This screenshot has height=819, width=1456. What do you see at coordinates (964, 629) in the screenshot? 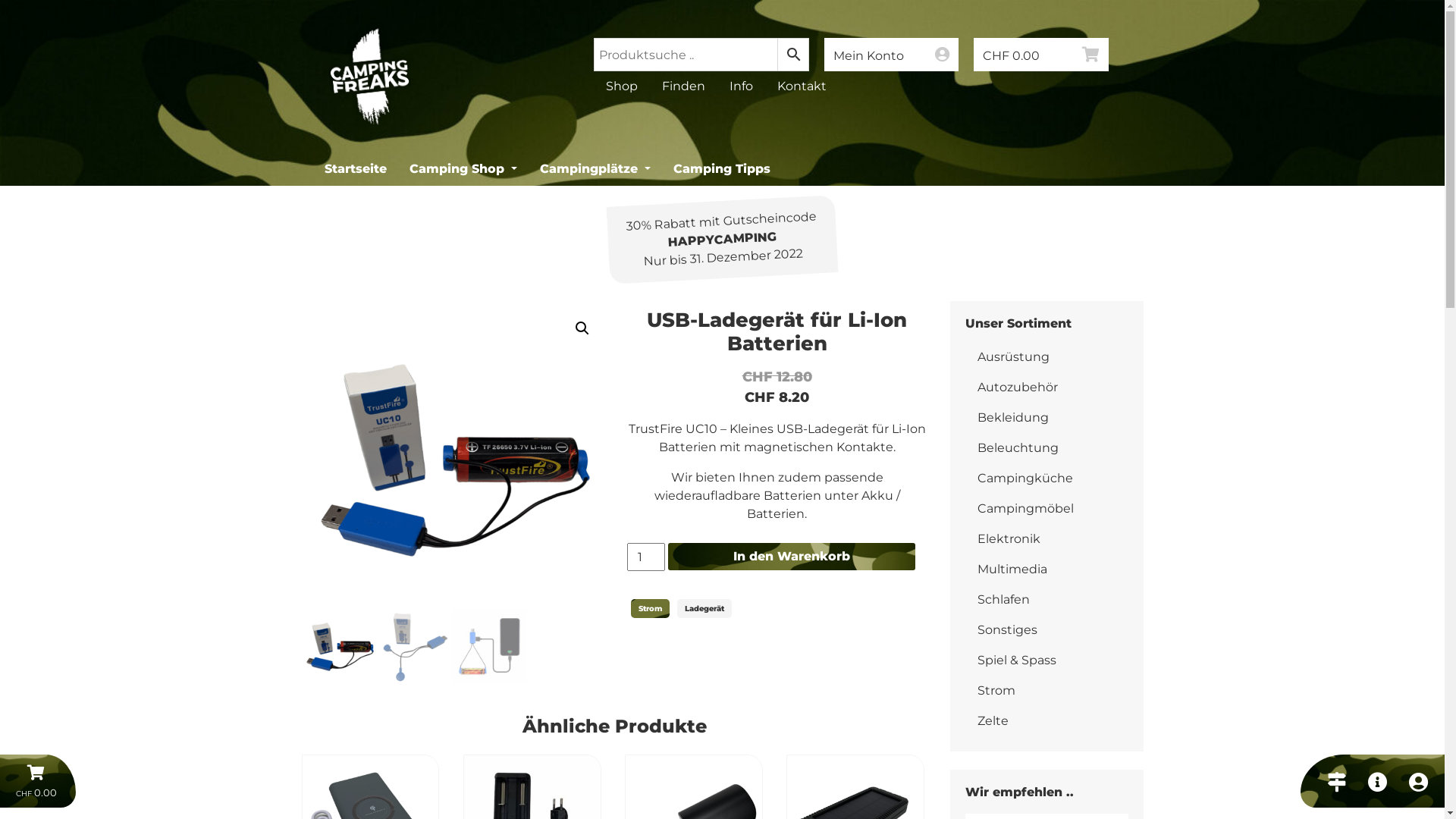
I see `'Sonstiges'` at bounding box center [964, 629].